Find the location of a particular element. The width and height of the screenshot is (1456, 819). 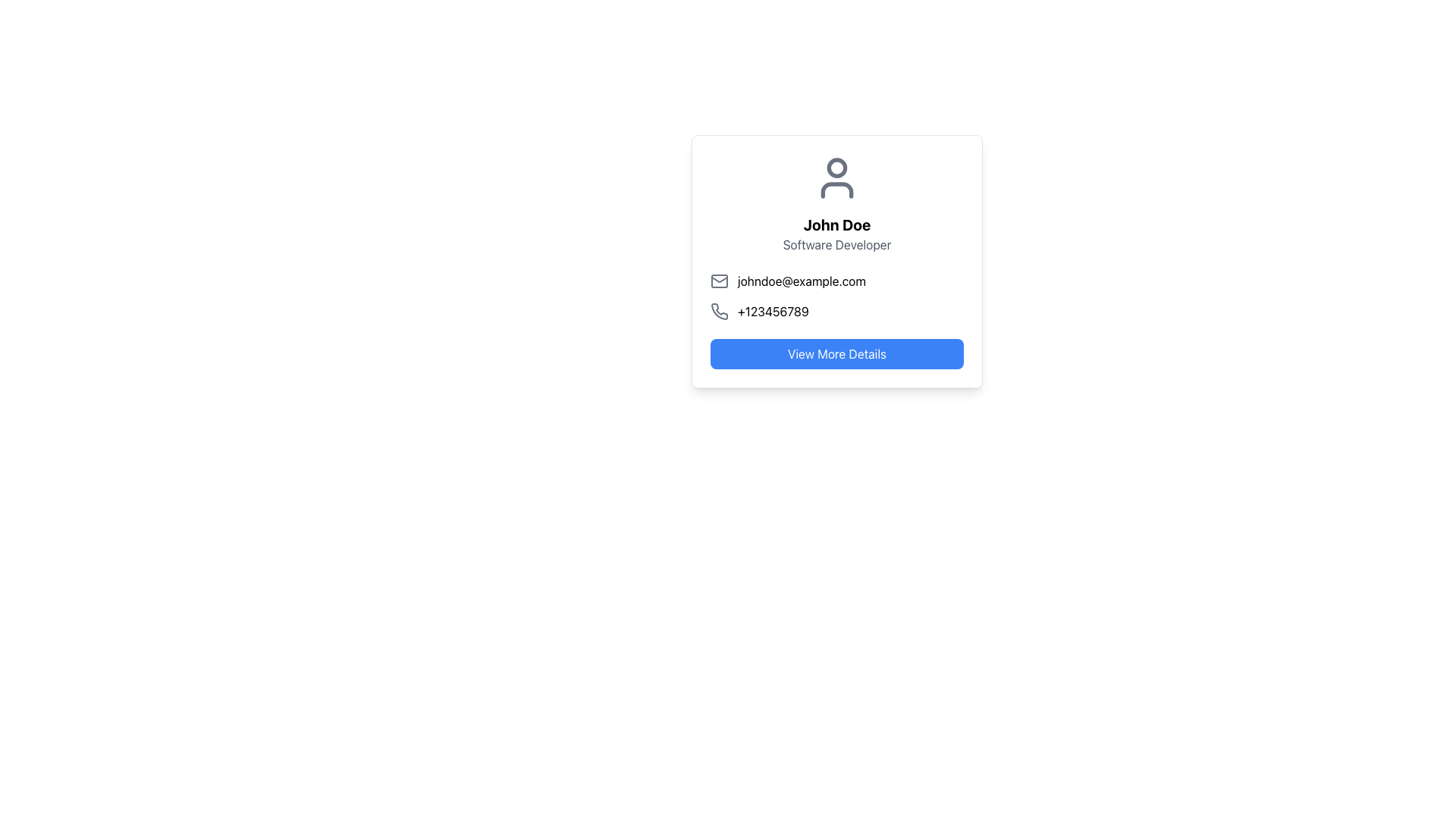

the phone receiver icon with a gray outline located to the left of the phone number '+123456789' in the user profile card is located at coordinates (719, 310).